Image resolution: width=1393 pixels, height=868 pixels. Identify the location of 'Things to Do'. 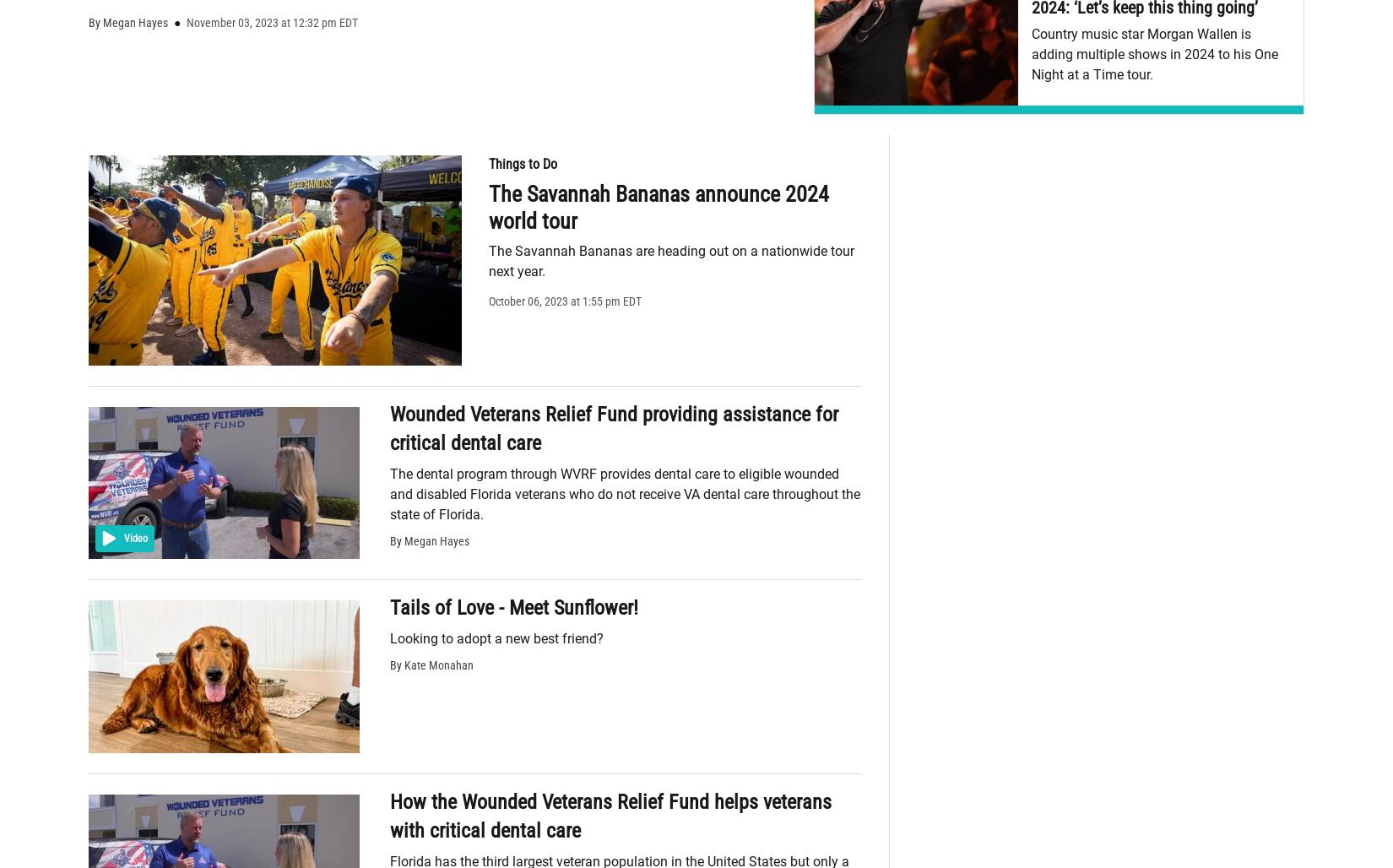
(522, 163).